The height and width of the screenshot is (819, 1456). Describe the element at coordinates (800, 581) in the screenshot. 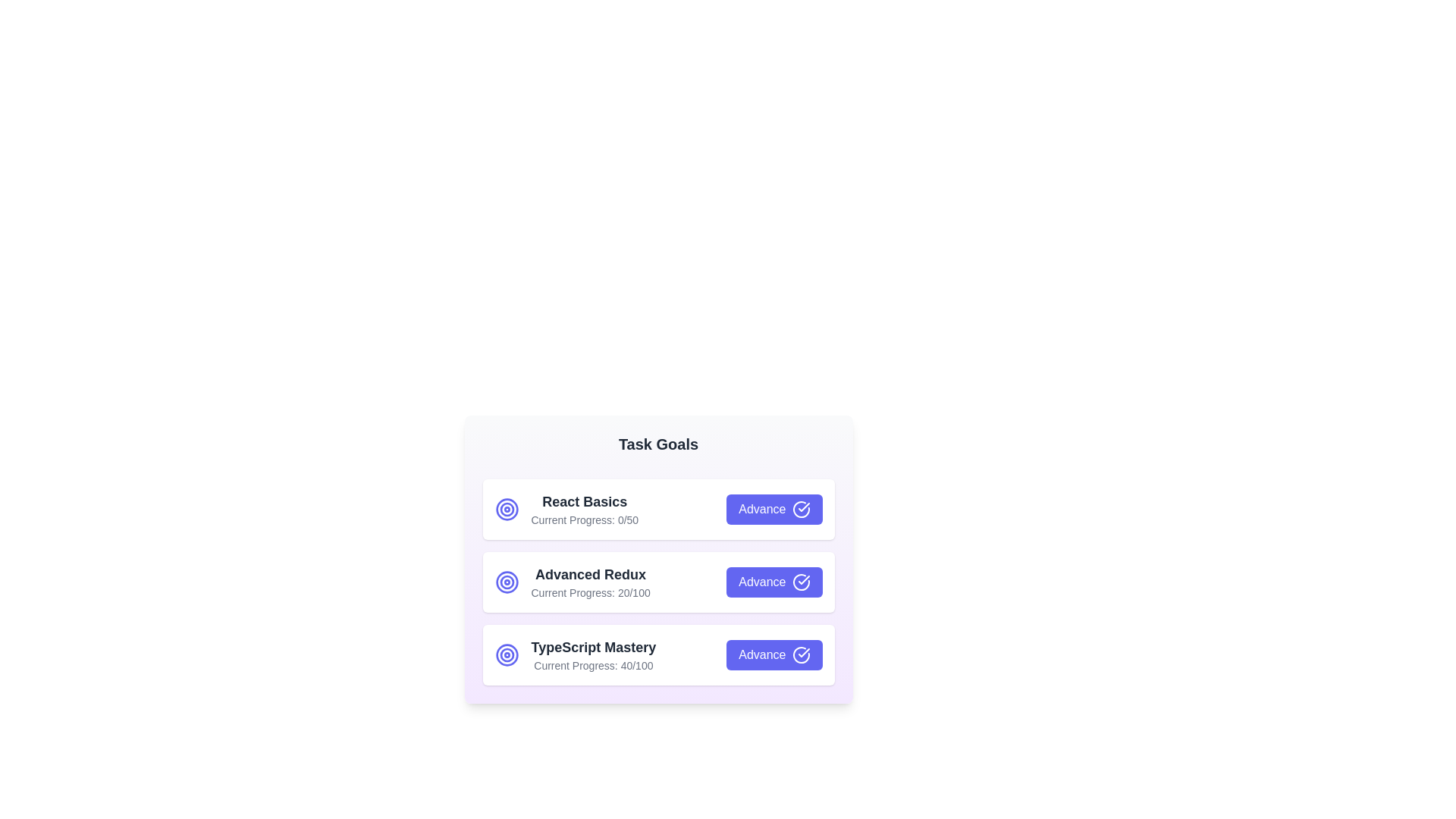

I see `the circular checkmark icon located on the right side of the 'Advance' button, which has a purple background and white text` at that location.